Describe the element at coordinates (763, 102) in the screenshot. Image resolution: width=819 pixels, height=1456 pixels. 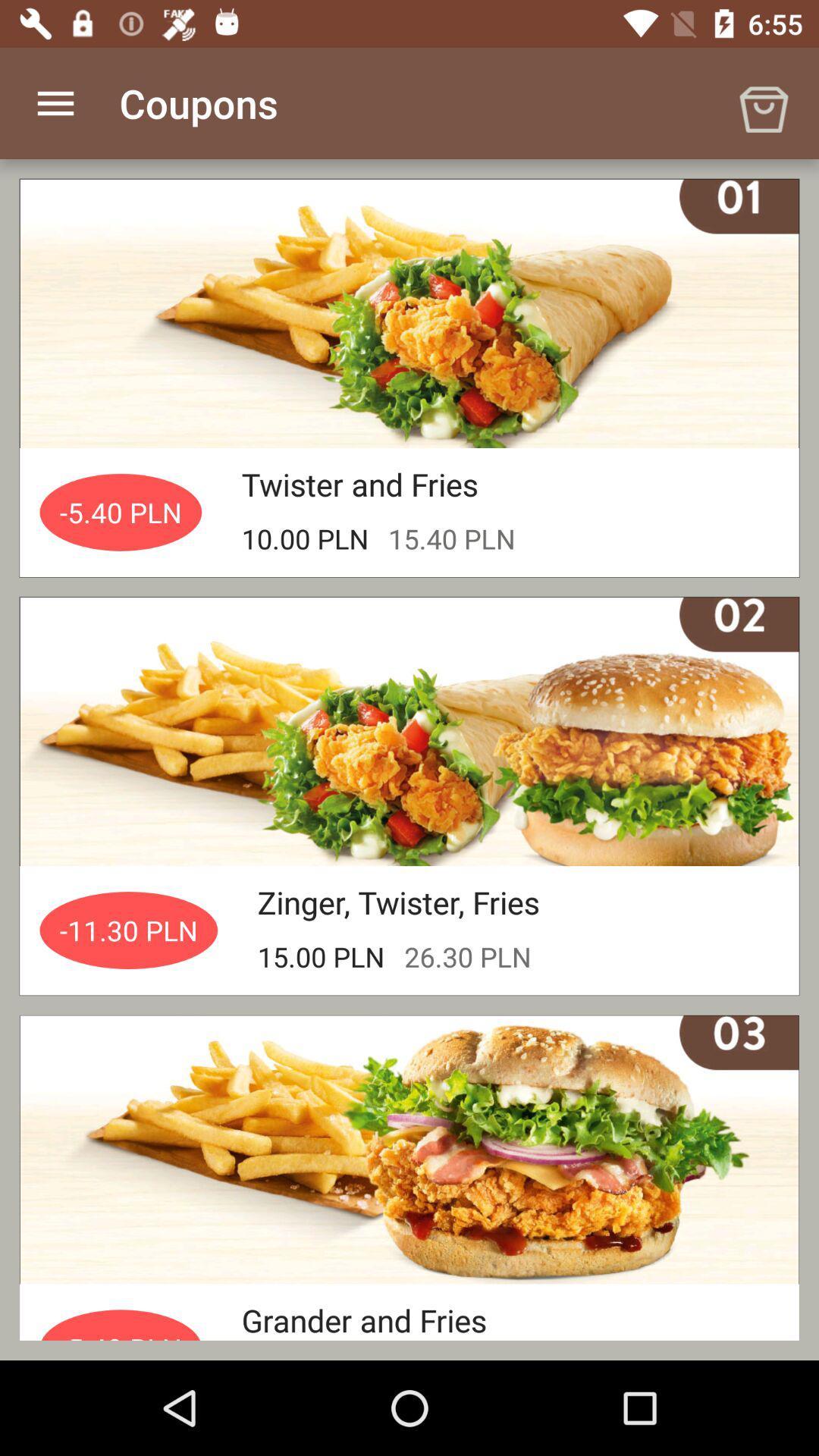
I see `the icon to the right of the coupons icon` at that location.